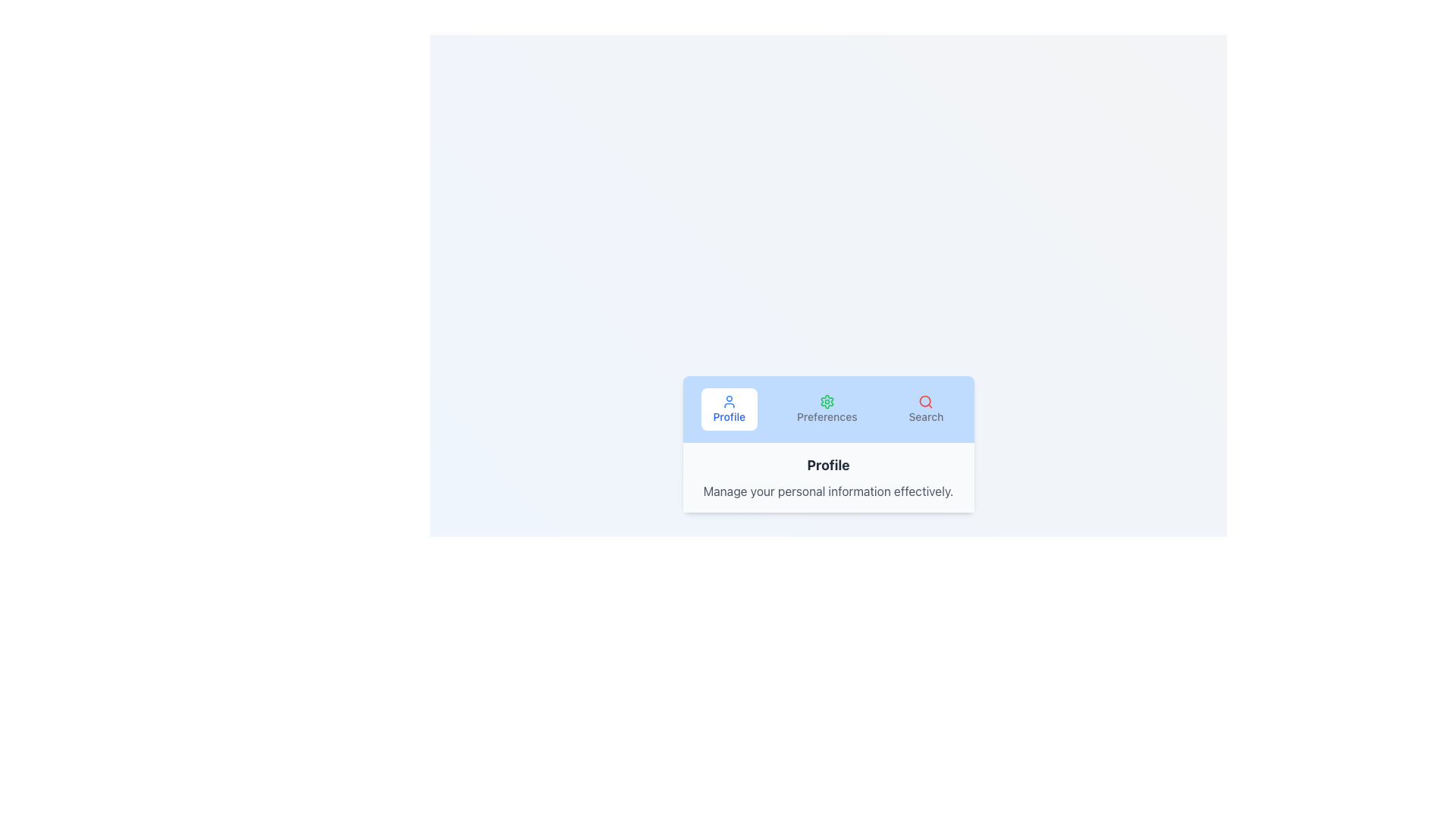 The image size is (1456, 819). What do you see at coordinates (826, 409) in the screenshot?
I see `the middle button in the horizontal layout of three buttons, which is used` at bounding box center [826, 409].